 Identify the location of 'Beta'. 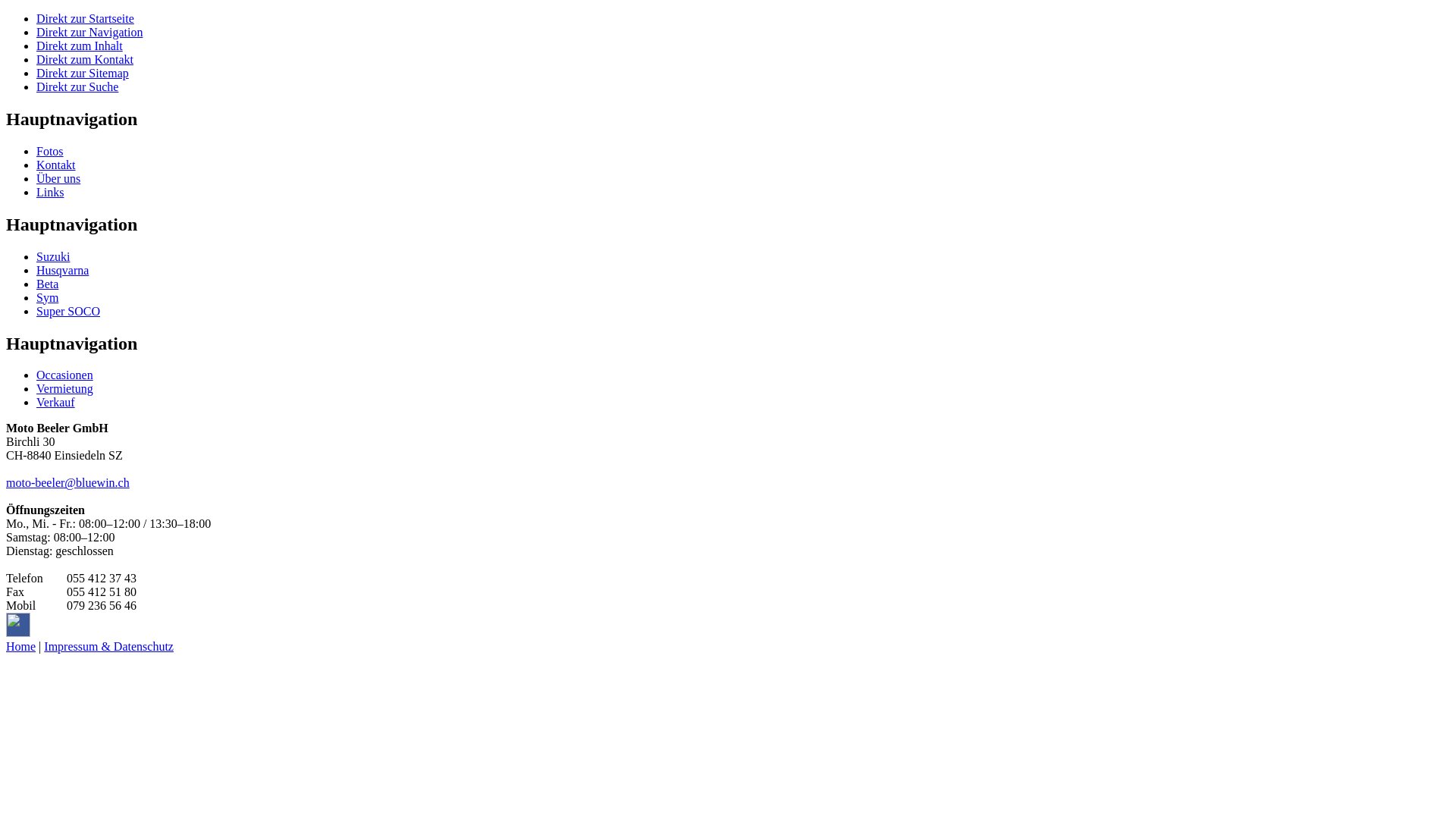
(47, 284).